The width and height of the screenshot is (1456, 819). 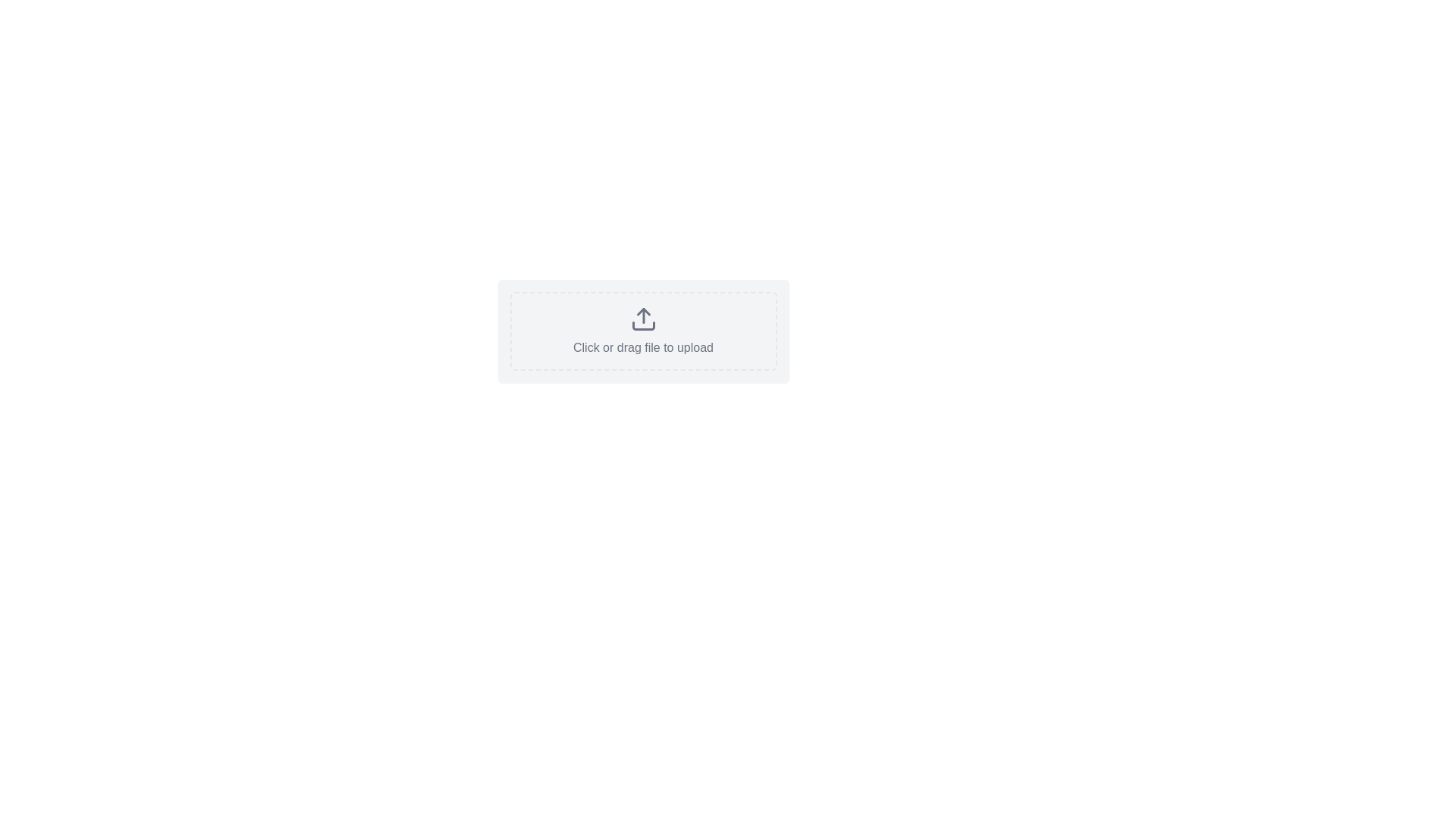 What do you see at coordinates (643, 325) in the screenshot?
I see `the base segment of the upload icon, which is a rectangular block located at the bottom-center of the arrow structure in the SVG graphic` at bounding box center [643, 325].